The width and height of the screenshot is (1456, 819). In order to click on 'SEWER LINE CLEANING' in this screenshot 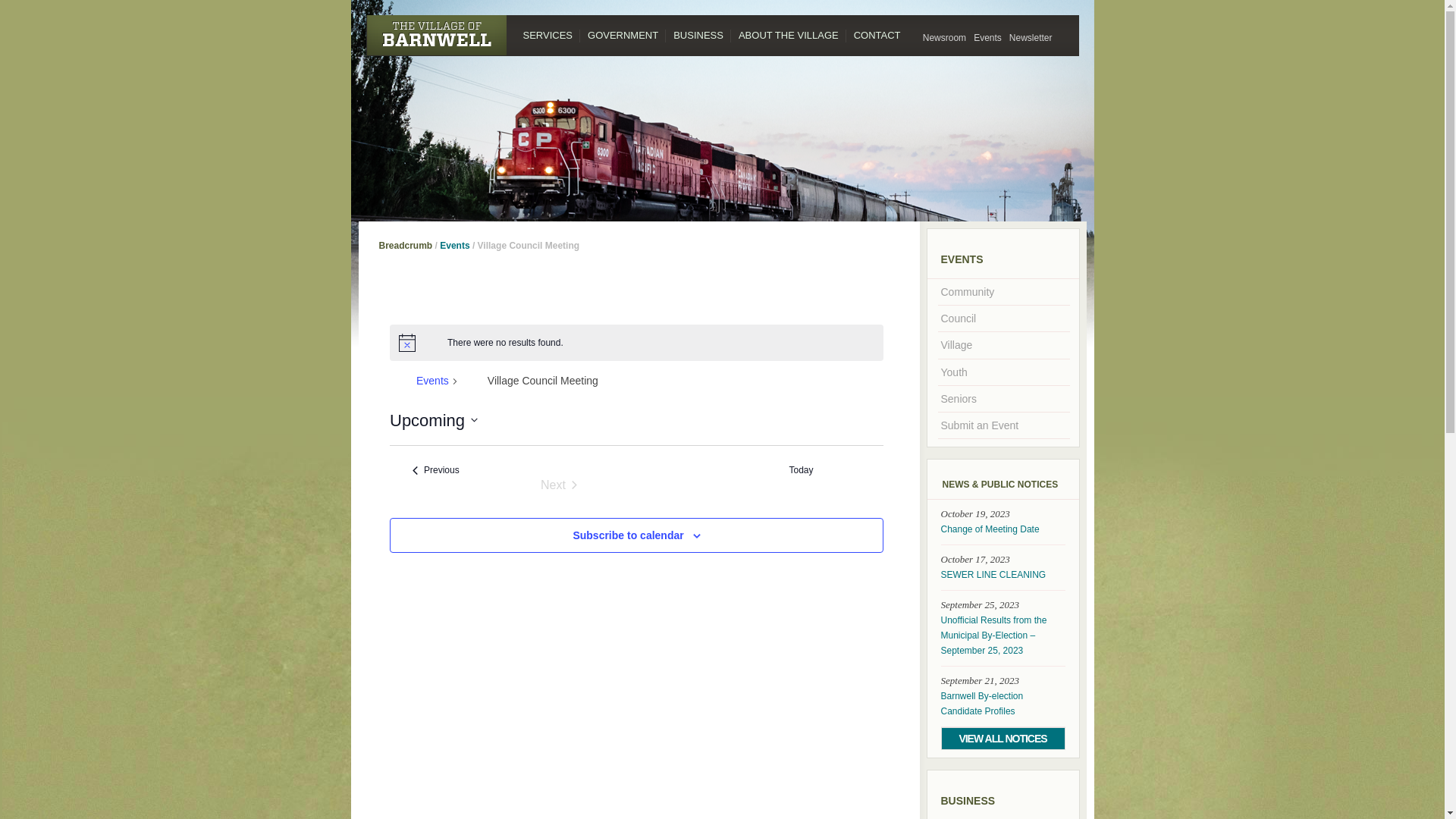, I will do `click(1002, 575)`.